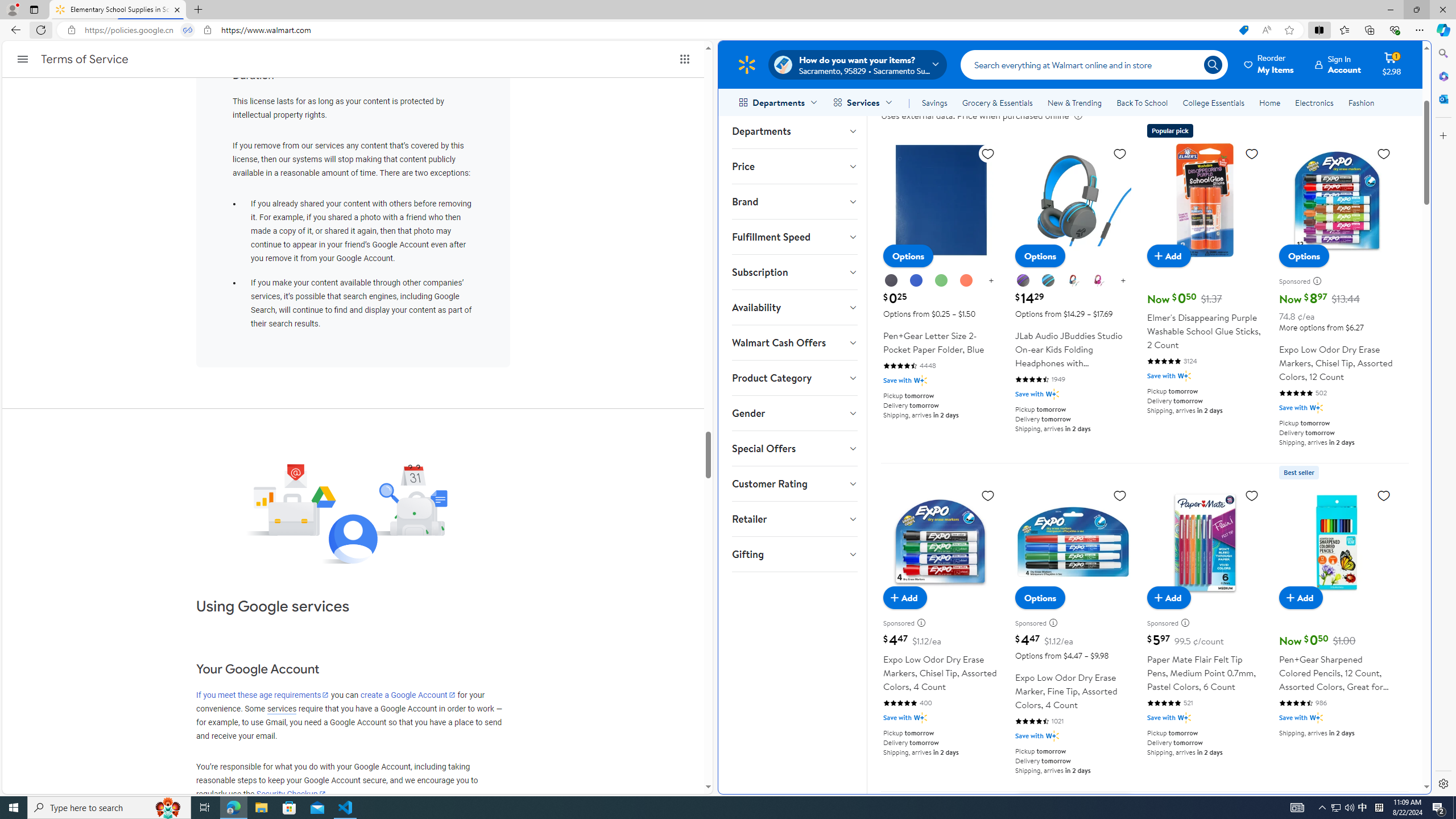 Image resolution: width=1456 pixels, height=819 pixels. Describe the element at coordinates (188, 30) in the screenshot. I see `'Tabs in split screen'` at that location.